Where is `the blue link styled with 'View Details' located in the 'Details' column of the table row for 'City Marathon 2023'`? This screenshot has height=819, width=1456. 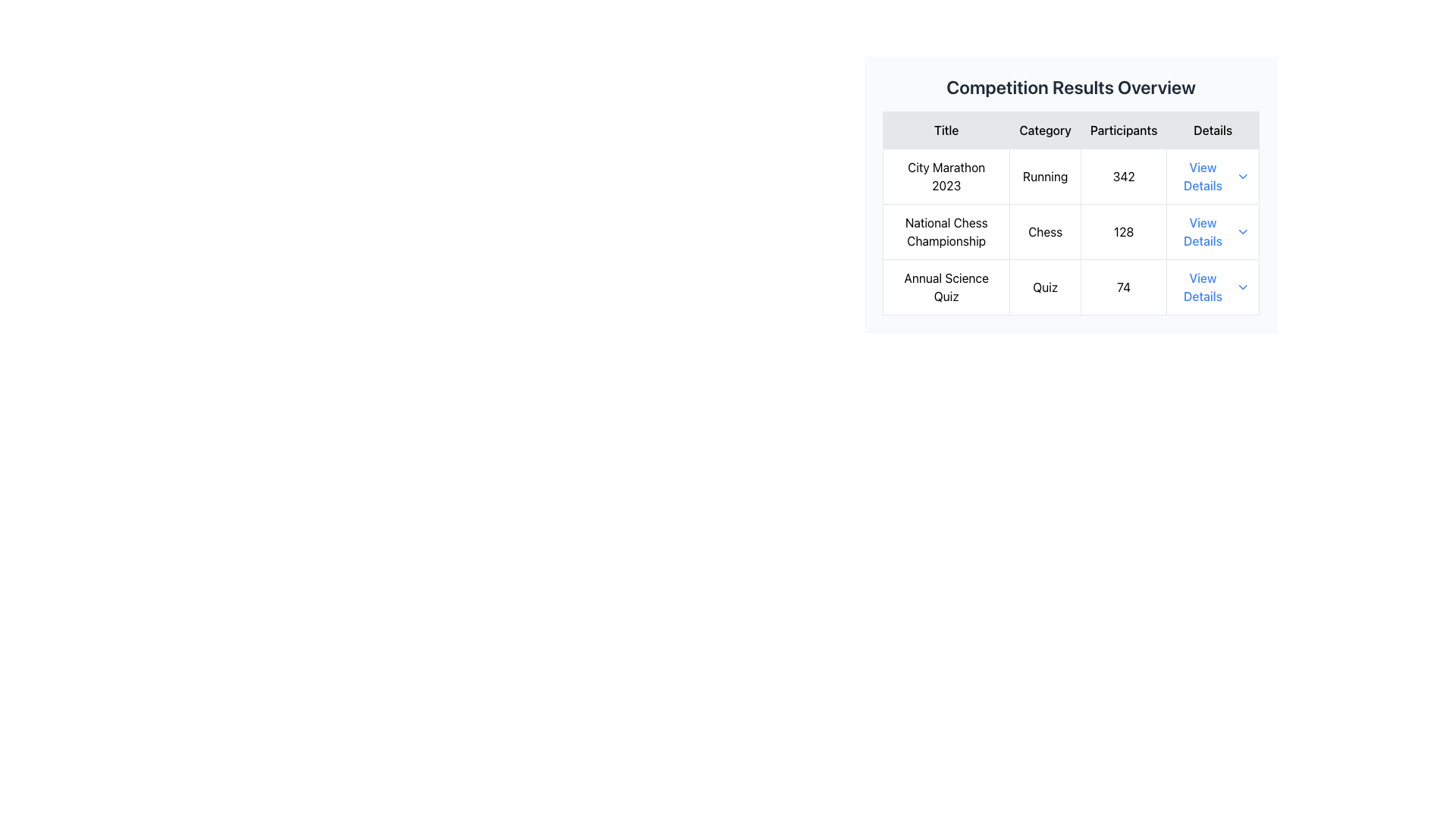 the blue link styled with 'View Details' located in the 'Details' column of the table row for 'City Marathon 2023' is located at coordinates (1212, 175).